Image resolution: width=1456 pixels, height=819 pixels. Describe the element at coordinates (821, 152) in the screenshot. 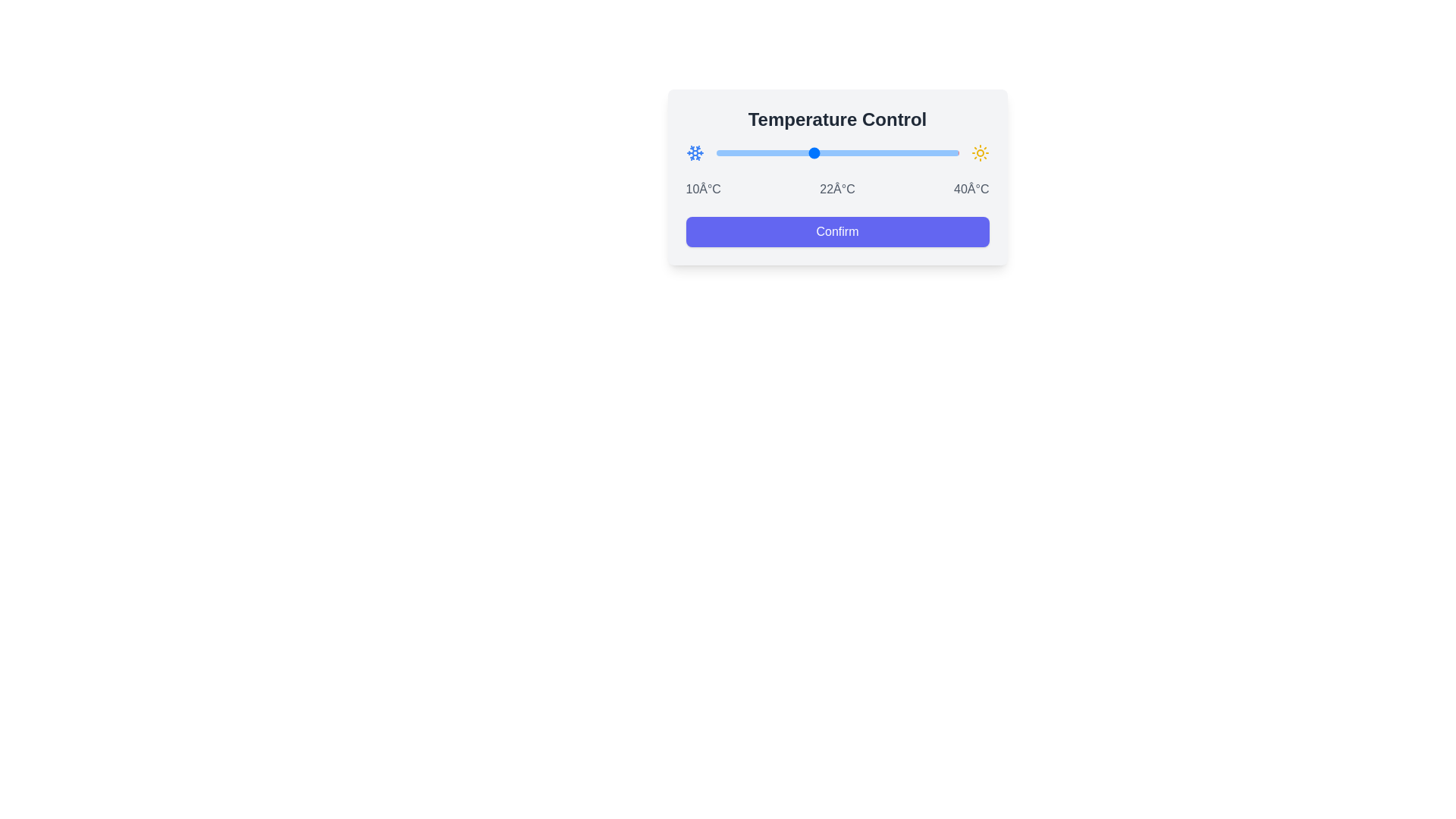

I see `the temperature slider to set the temperature to 23°C` at that location.